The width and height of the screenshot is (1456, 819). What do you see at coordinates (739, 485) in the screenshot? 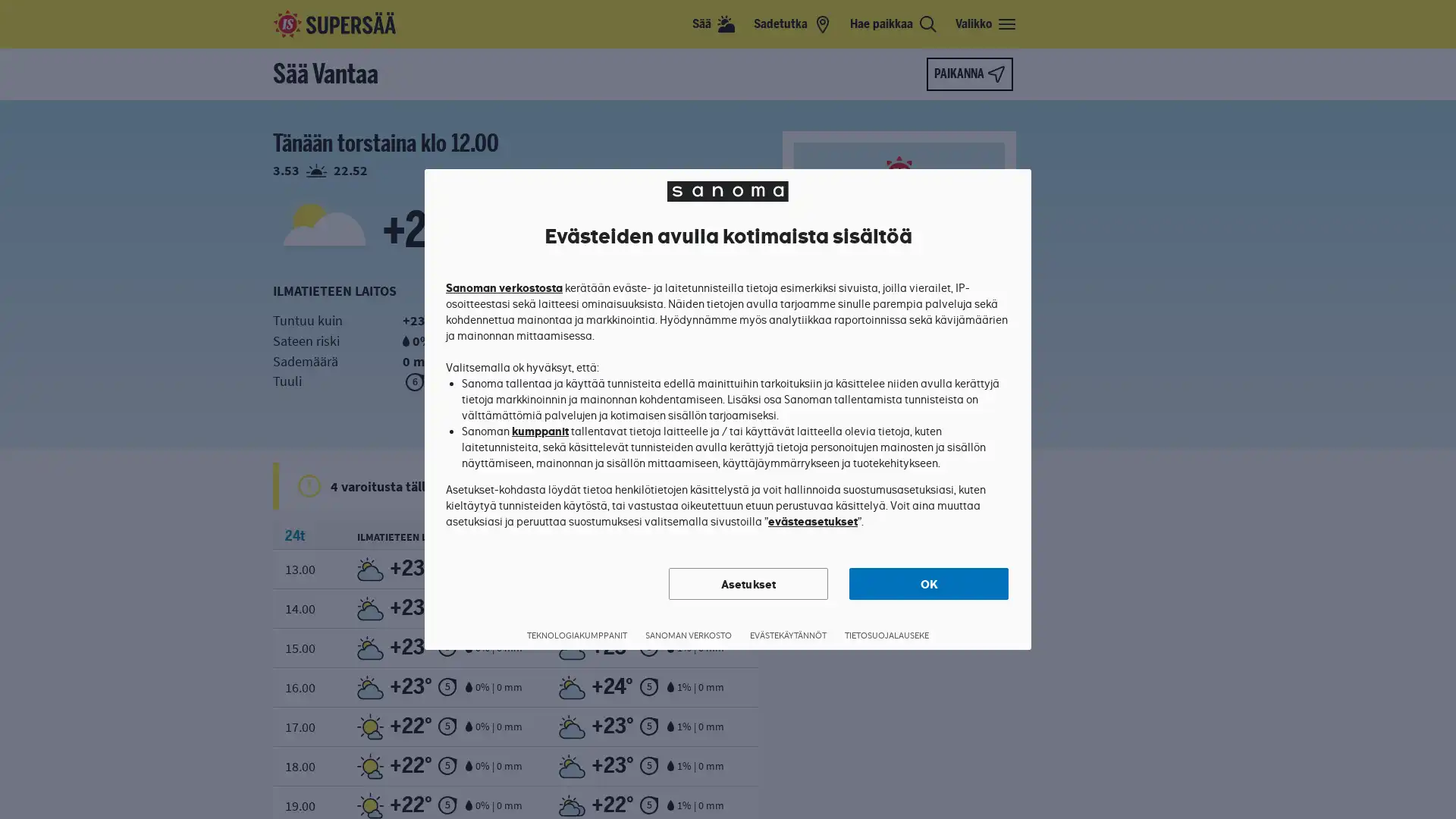
I see `Nayta kaikki varoitukset` at bounding box center [739, 485].